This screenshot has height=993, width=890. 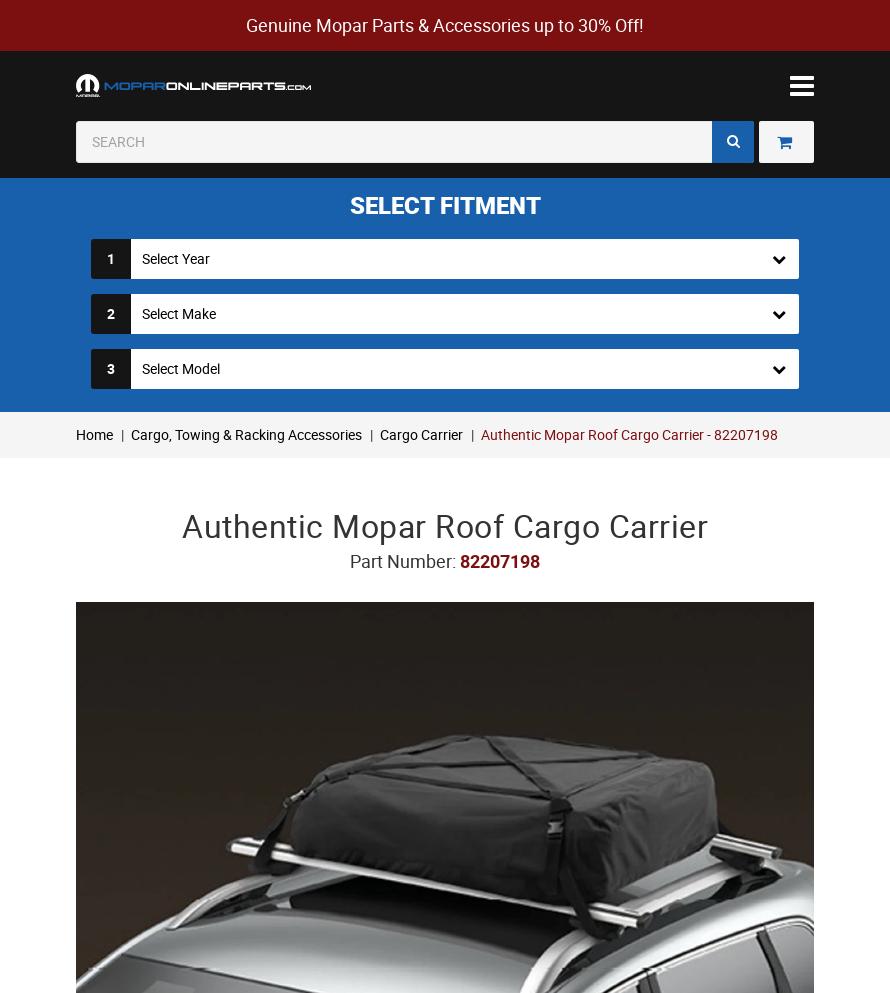 I want to click on 'Authentic Mopar Roof Cargo Carrier - 82207198', so click(x=629, y=433).